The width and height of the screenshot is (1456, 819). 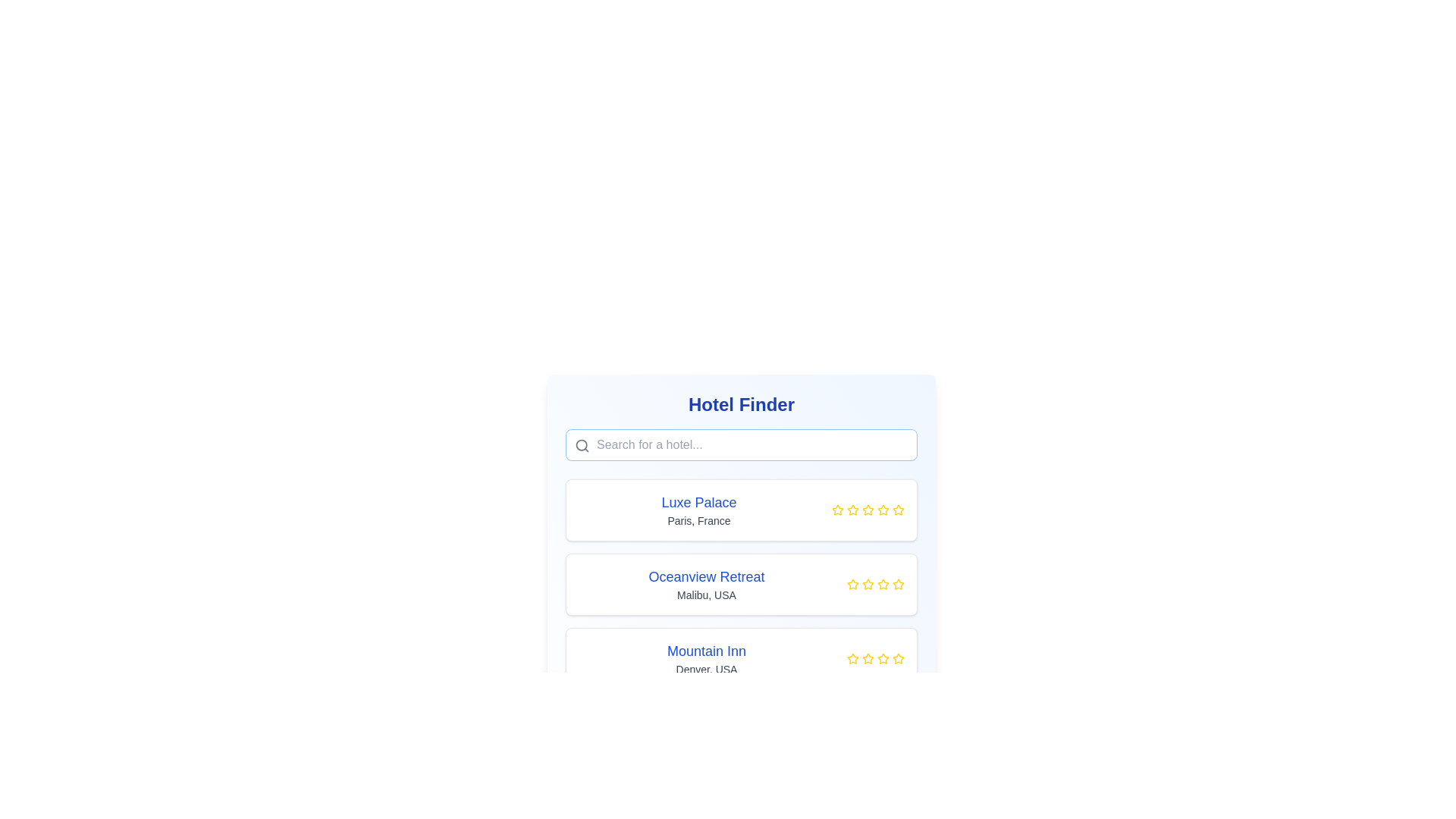 What do you see at coordinates (852, 657) in the screenshot?
I see `the first star icon in the five-star rating system for the 'Mountain Inn' hotel entry` at bounding box center [852, 657].